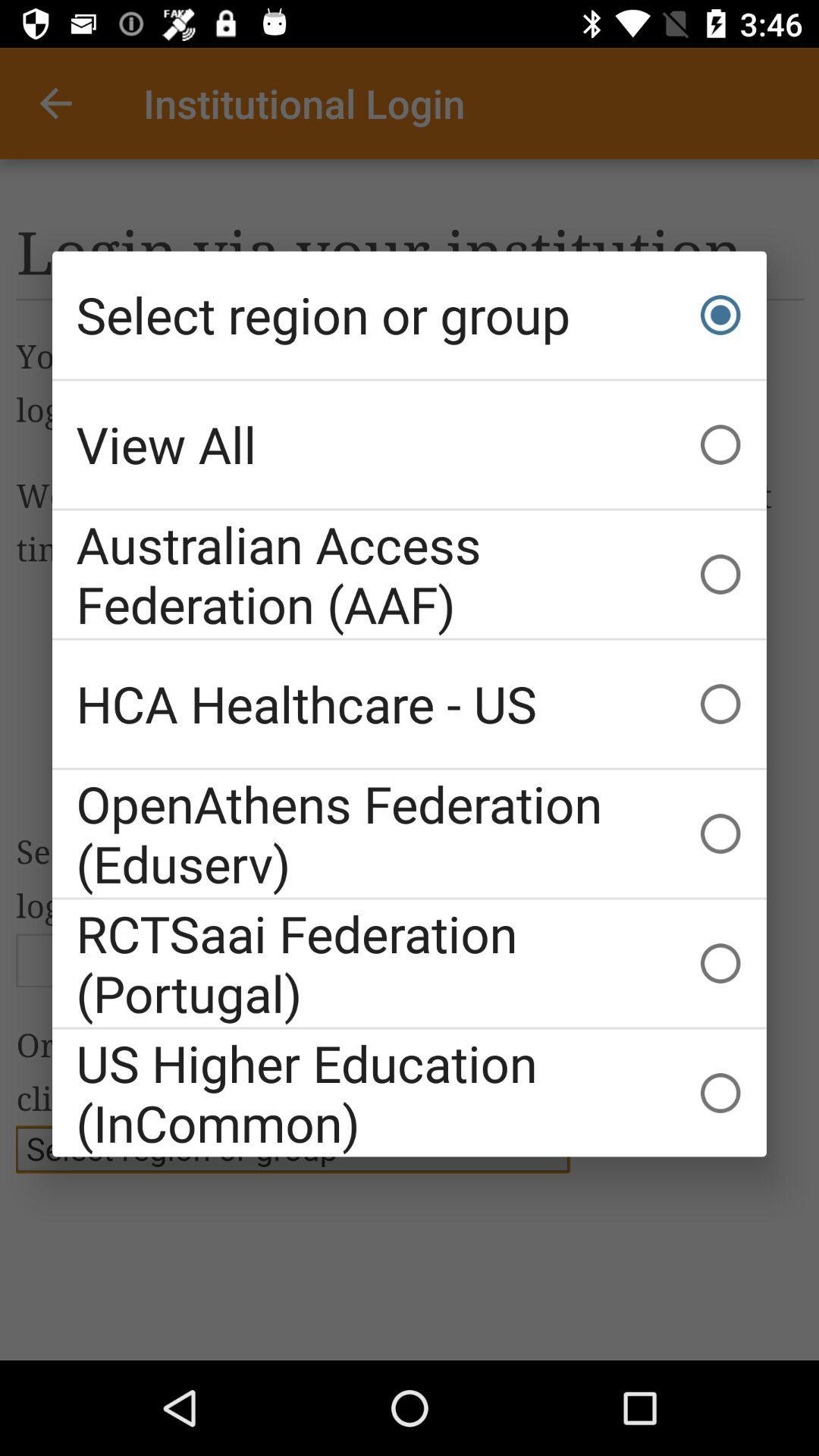 The image size is (819, 1456). What do you see at coordinates (409, 444) in the screenshot?
I see `item above australian access federation item` at bounding box center [409, 444].